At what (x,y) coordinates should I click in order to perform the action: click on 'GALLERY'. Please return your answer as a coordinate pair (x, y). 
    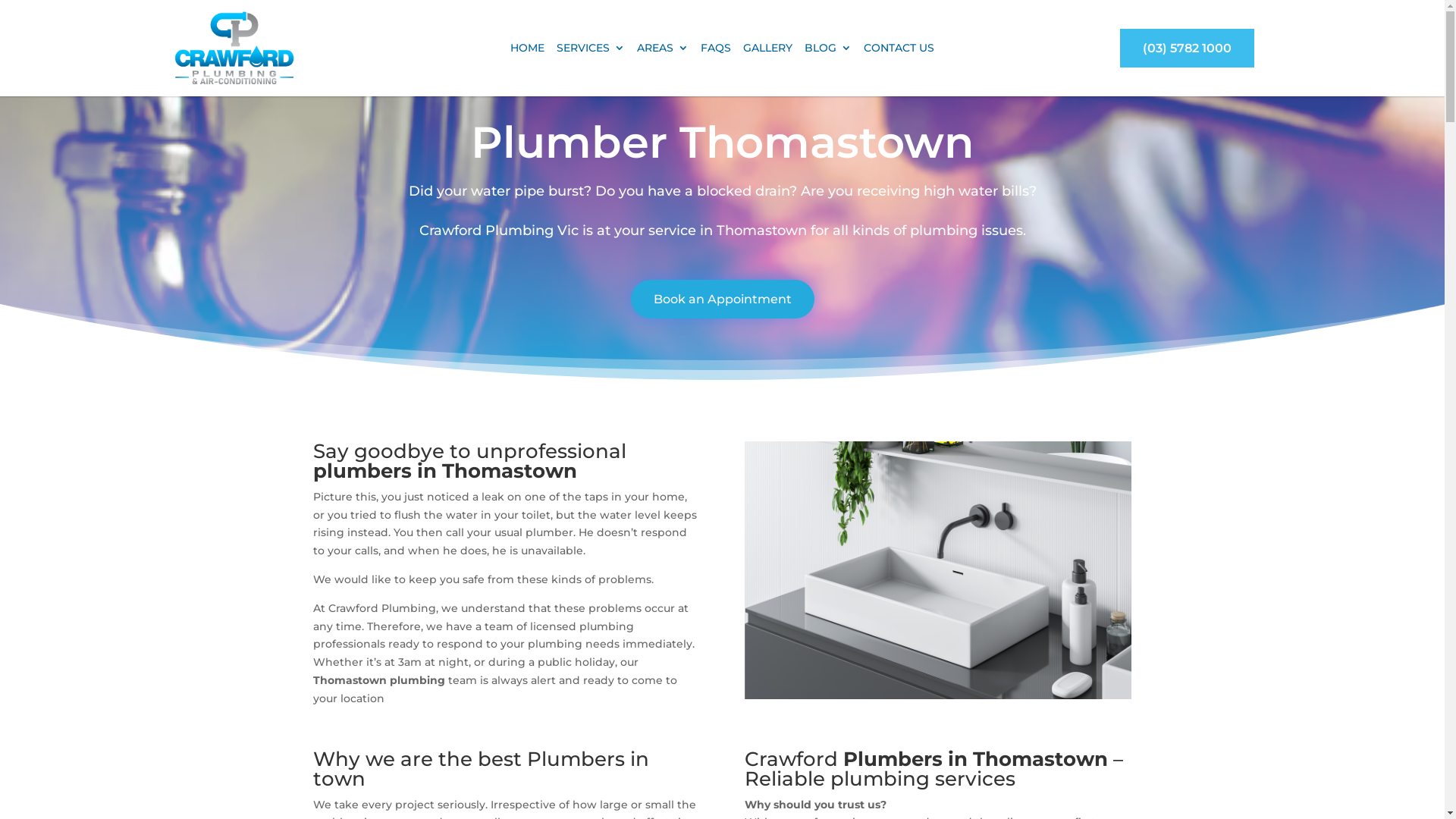
    Looking at the image, I should click on (767, 49).